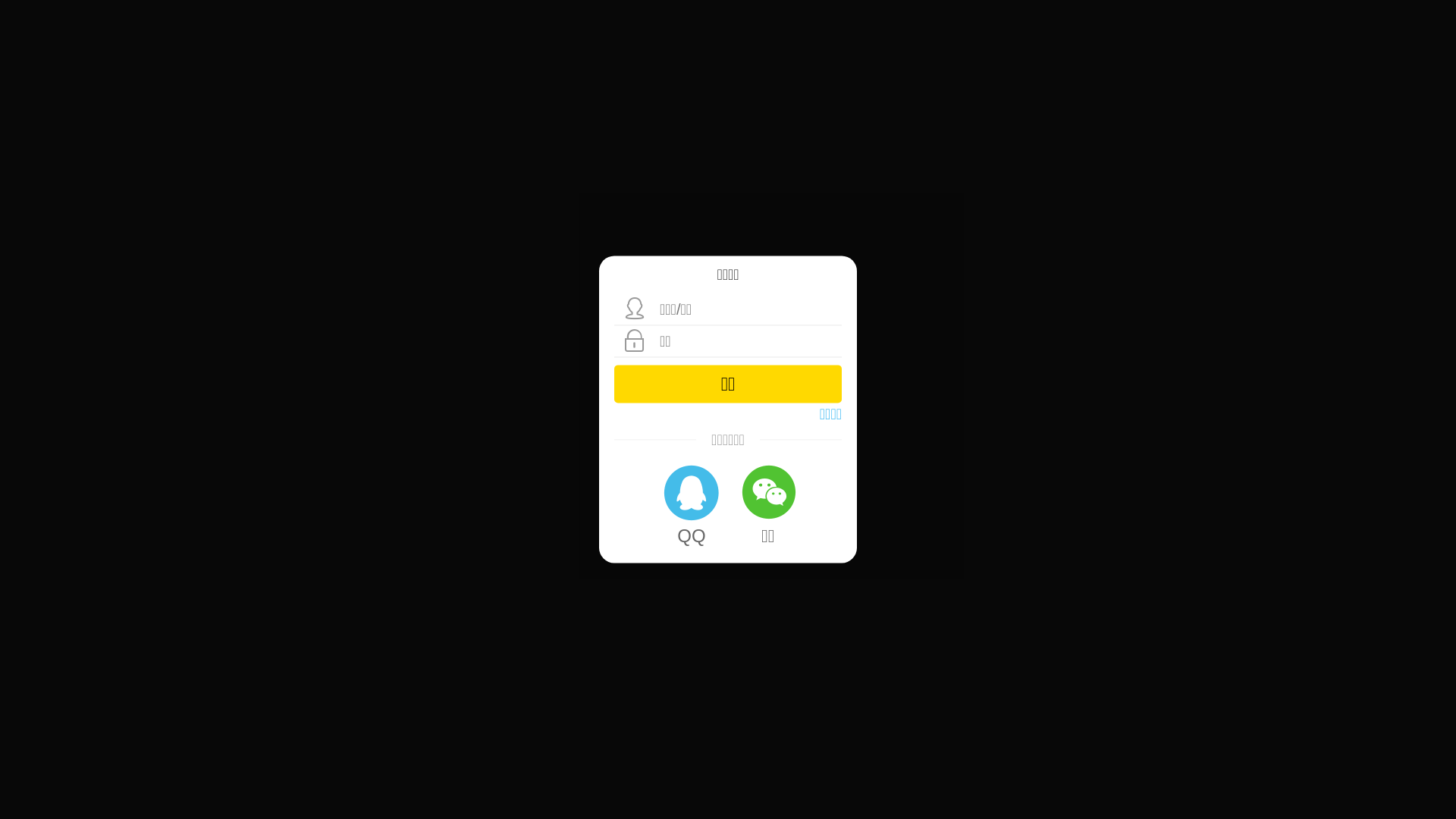 The image size is (1456, 819). I want to click on 'QQ', so click(690, 504).